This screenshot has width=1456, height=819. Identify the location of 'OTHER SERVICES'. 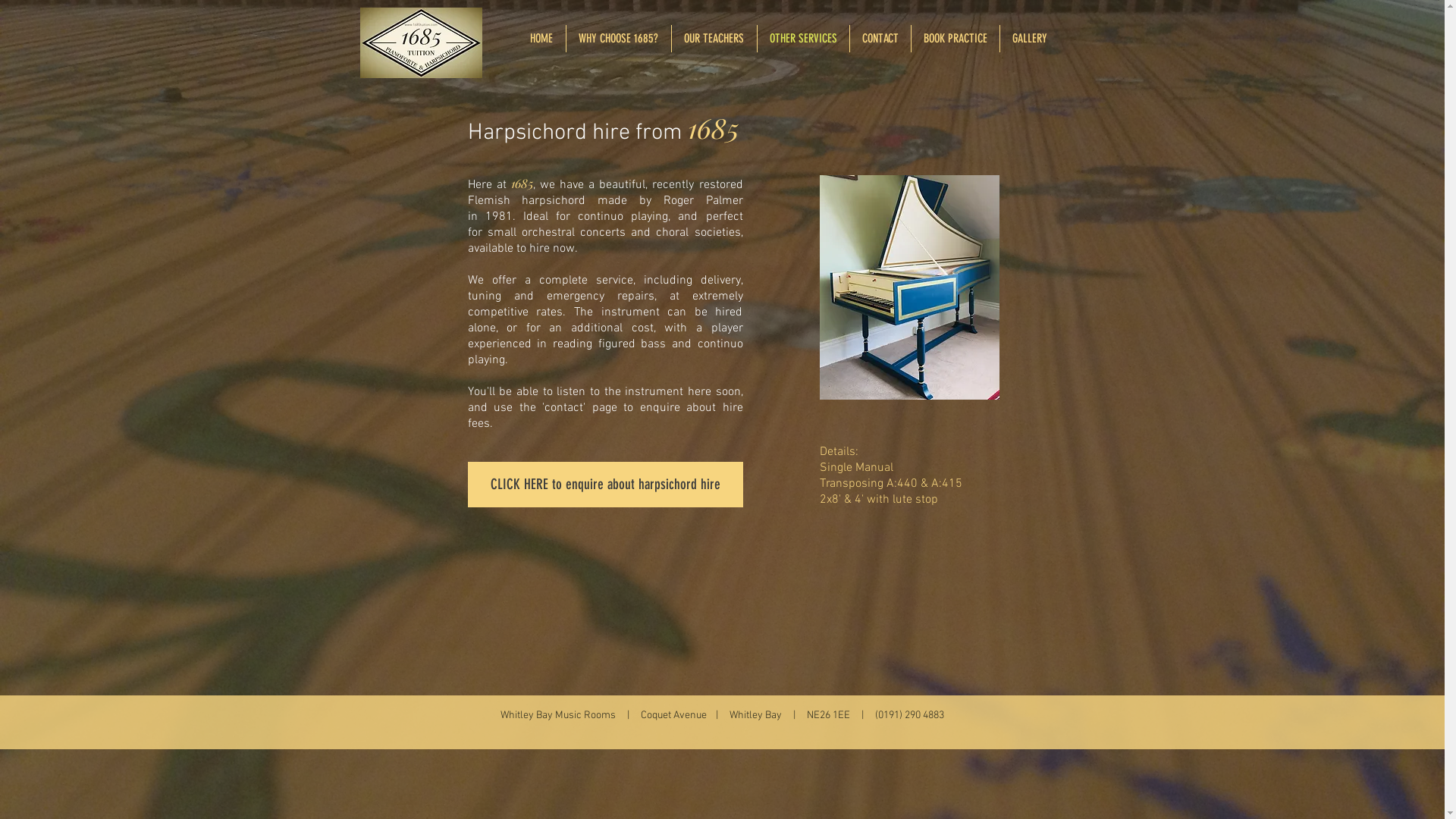
(802, 37).